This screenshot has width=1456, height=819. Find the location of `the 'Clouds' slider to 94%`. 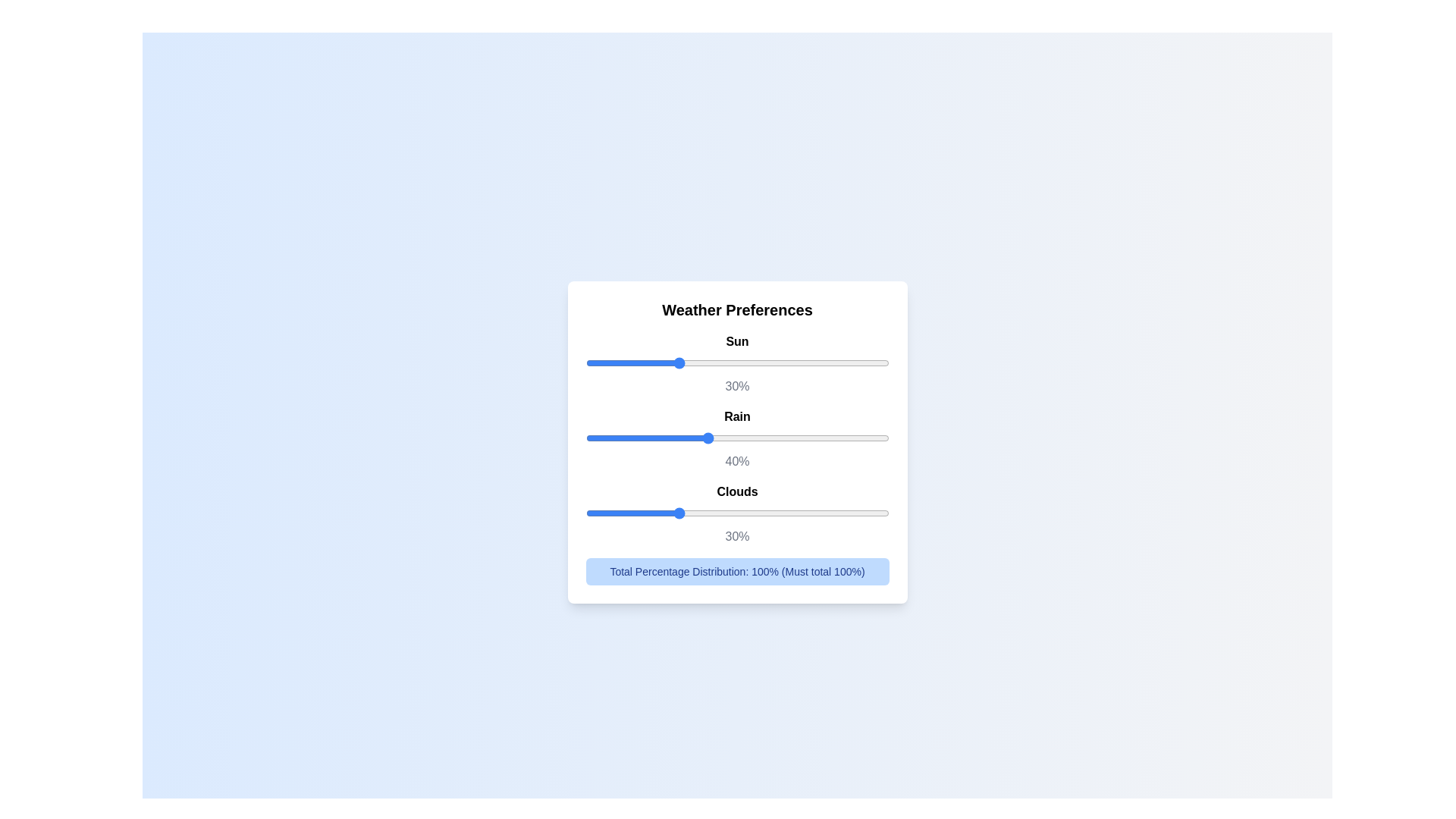

the 'Clouds' slider to 94% is located at coordinates (871, 512).